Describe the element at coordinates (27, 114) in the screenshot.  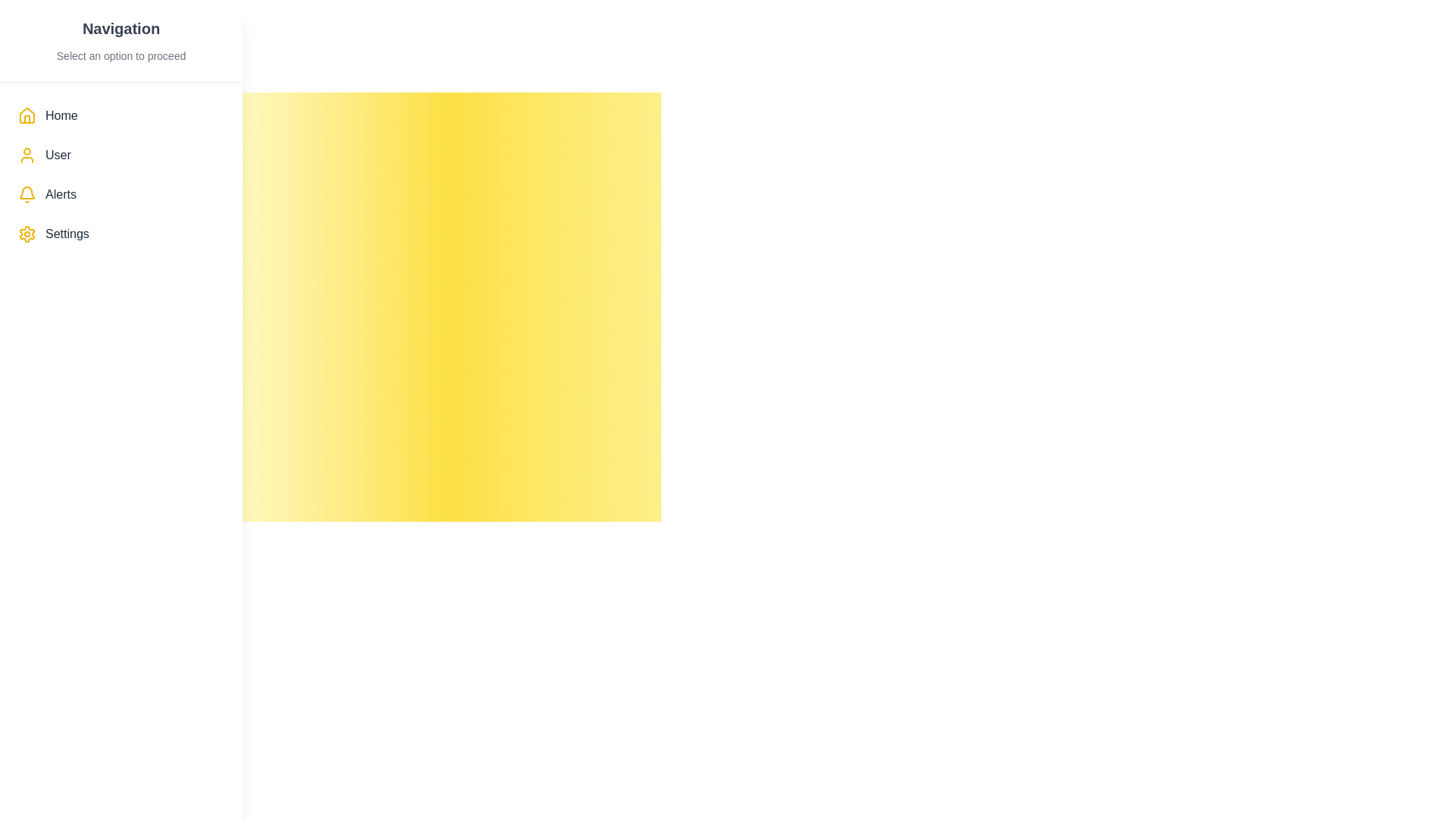
I see `the yellow house icon in the left-side navigation panel` at that location.